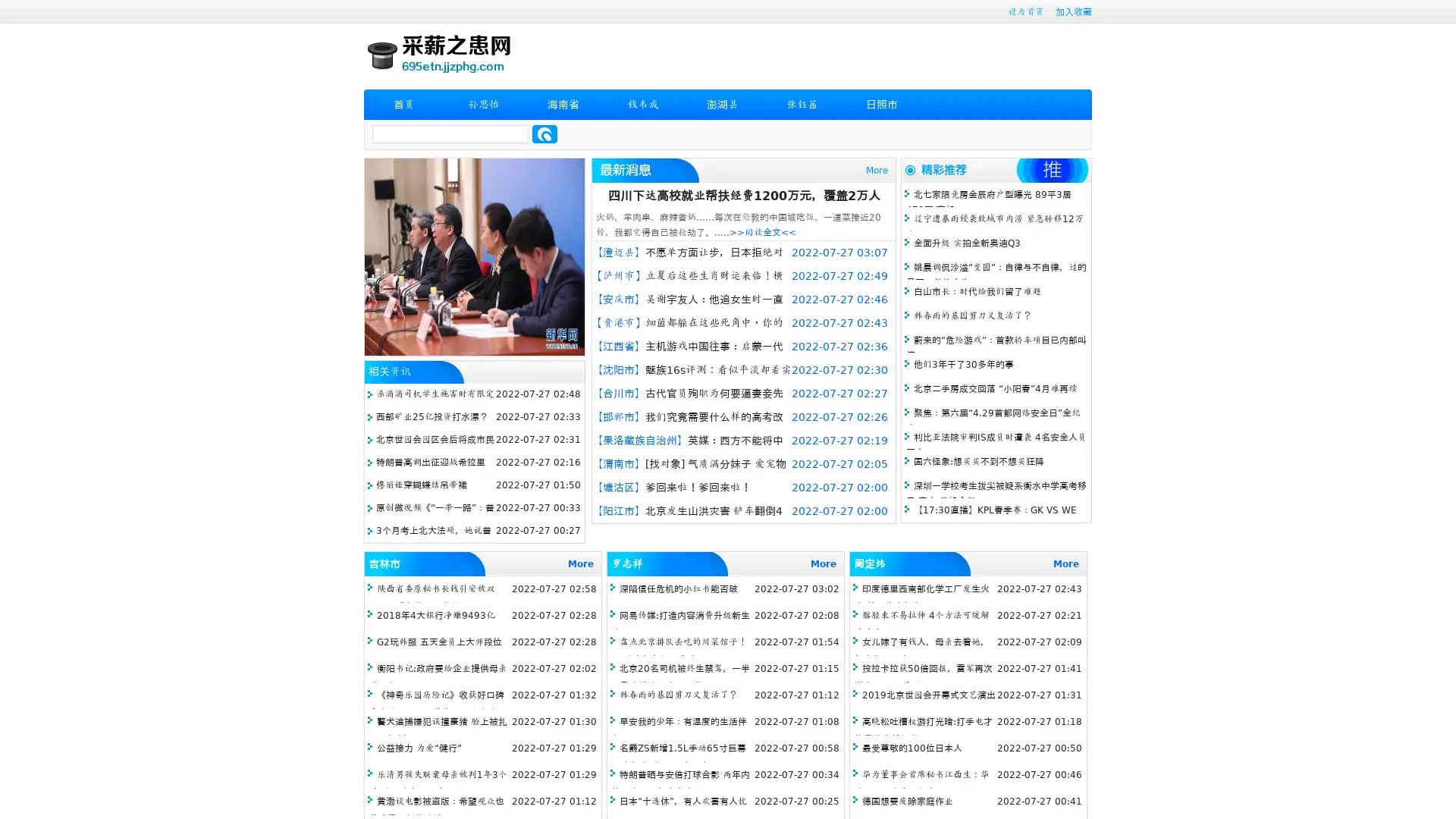 This screenshot has width=1456, height=819. What do you see at coordinates (544, 133) in the screenshot?
I see `Search` at bounding box center [544, 133].